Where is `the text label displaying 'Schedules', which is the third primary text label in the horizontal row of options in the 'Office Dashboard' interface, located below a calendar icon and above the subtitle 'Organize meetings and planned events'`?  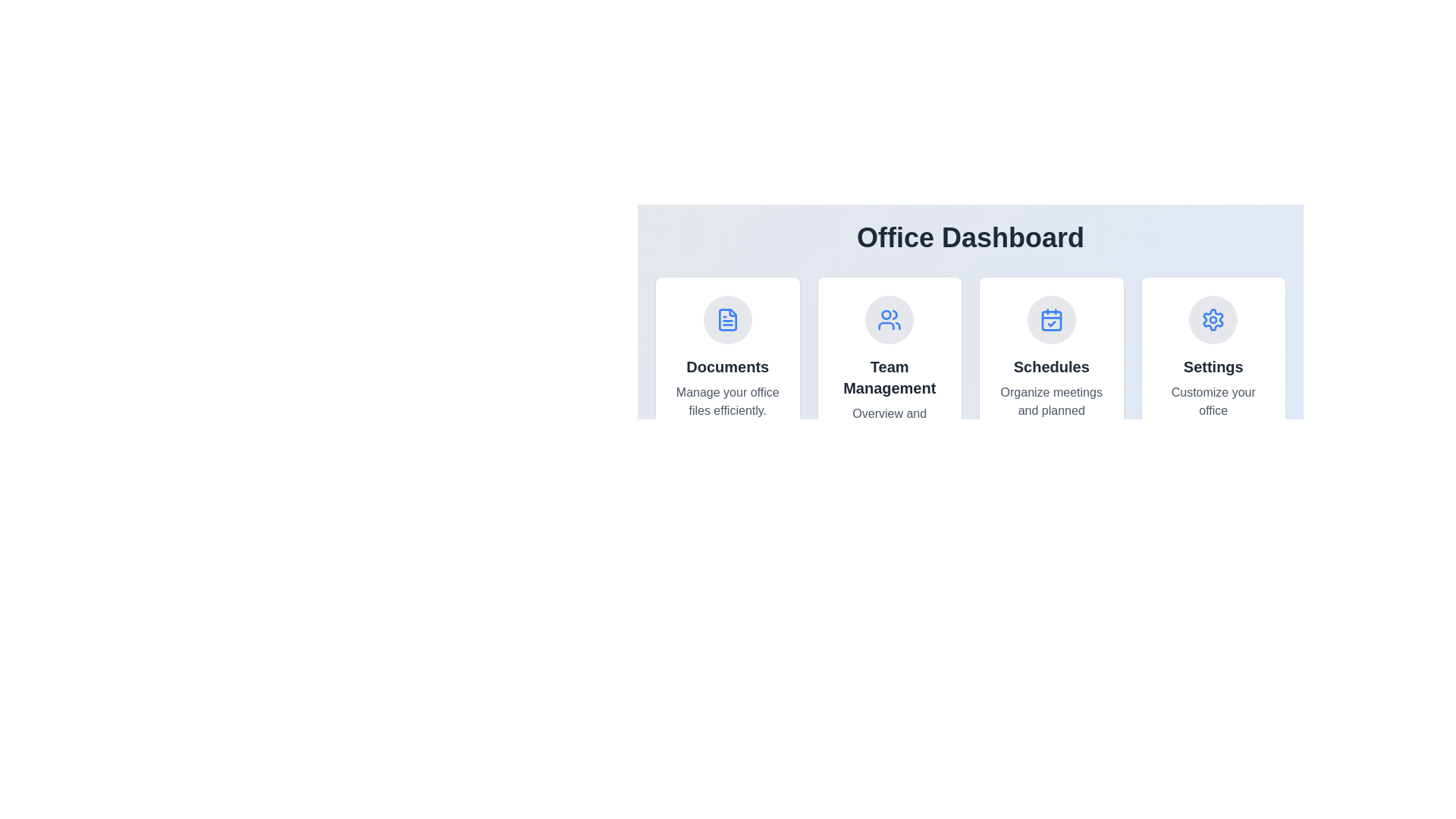 the text label displaying 'Schedules', which is the third primary text label in the horizontal row of options in the 'Office Dashboard' interface, located below a calendar icon and above the subtitle 'Organize meetings and planned events' is located at coordinates (1050, 366).